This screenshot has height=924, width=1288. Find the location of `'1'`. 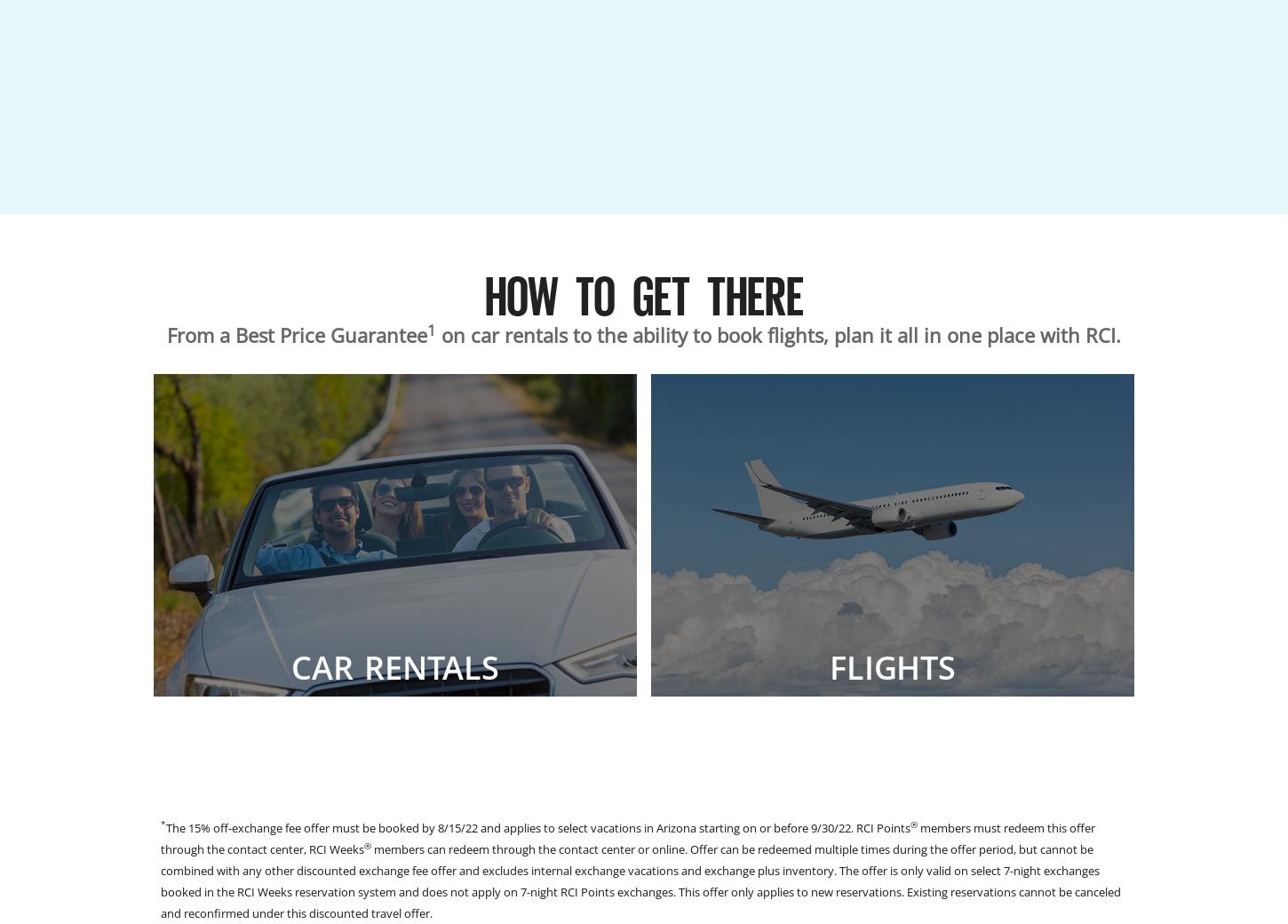

'1' is located at coordinates (432, 328).